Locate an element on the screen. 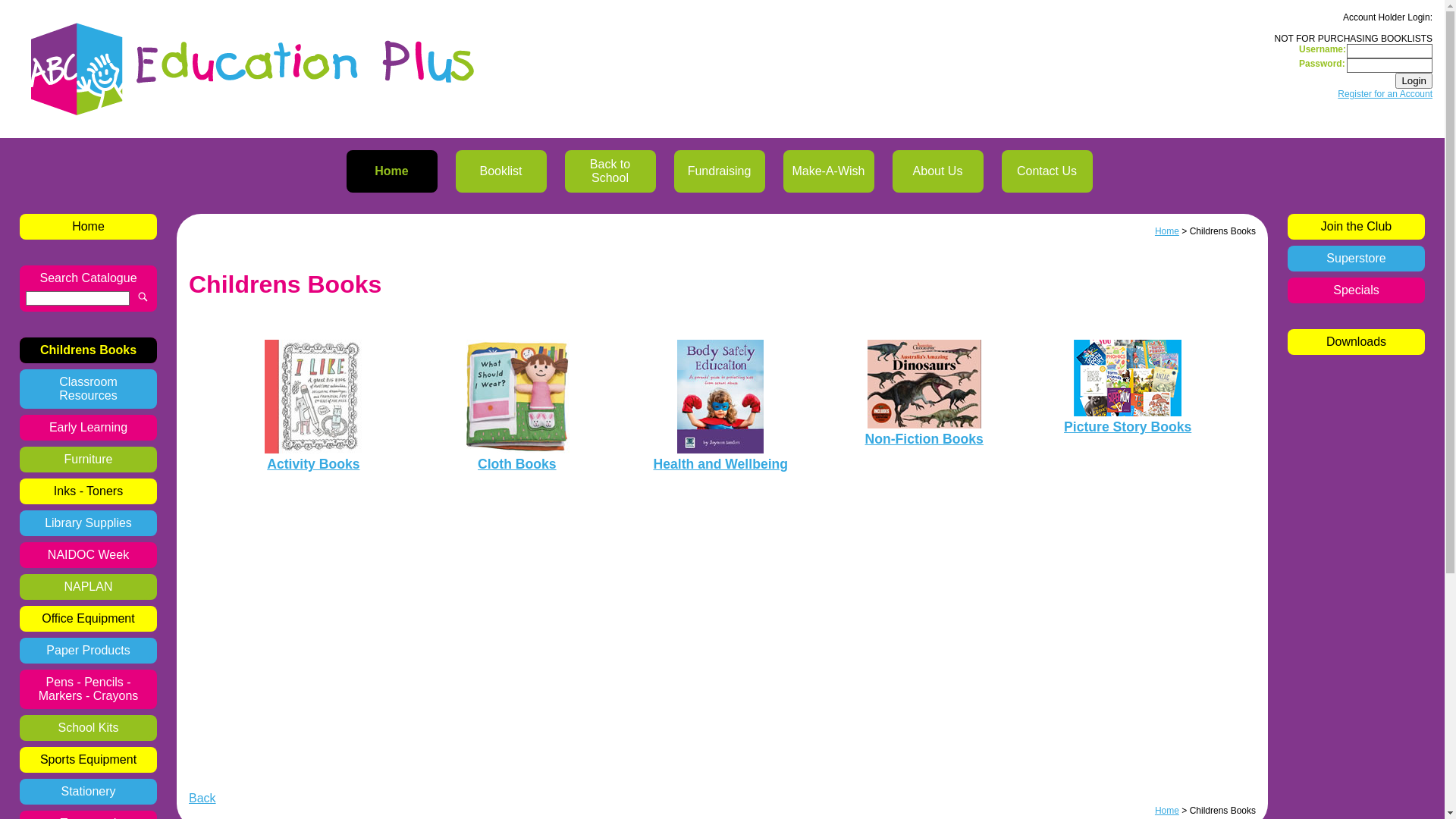  'NAPLAN' is located at coordinates (87, 586).